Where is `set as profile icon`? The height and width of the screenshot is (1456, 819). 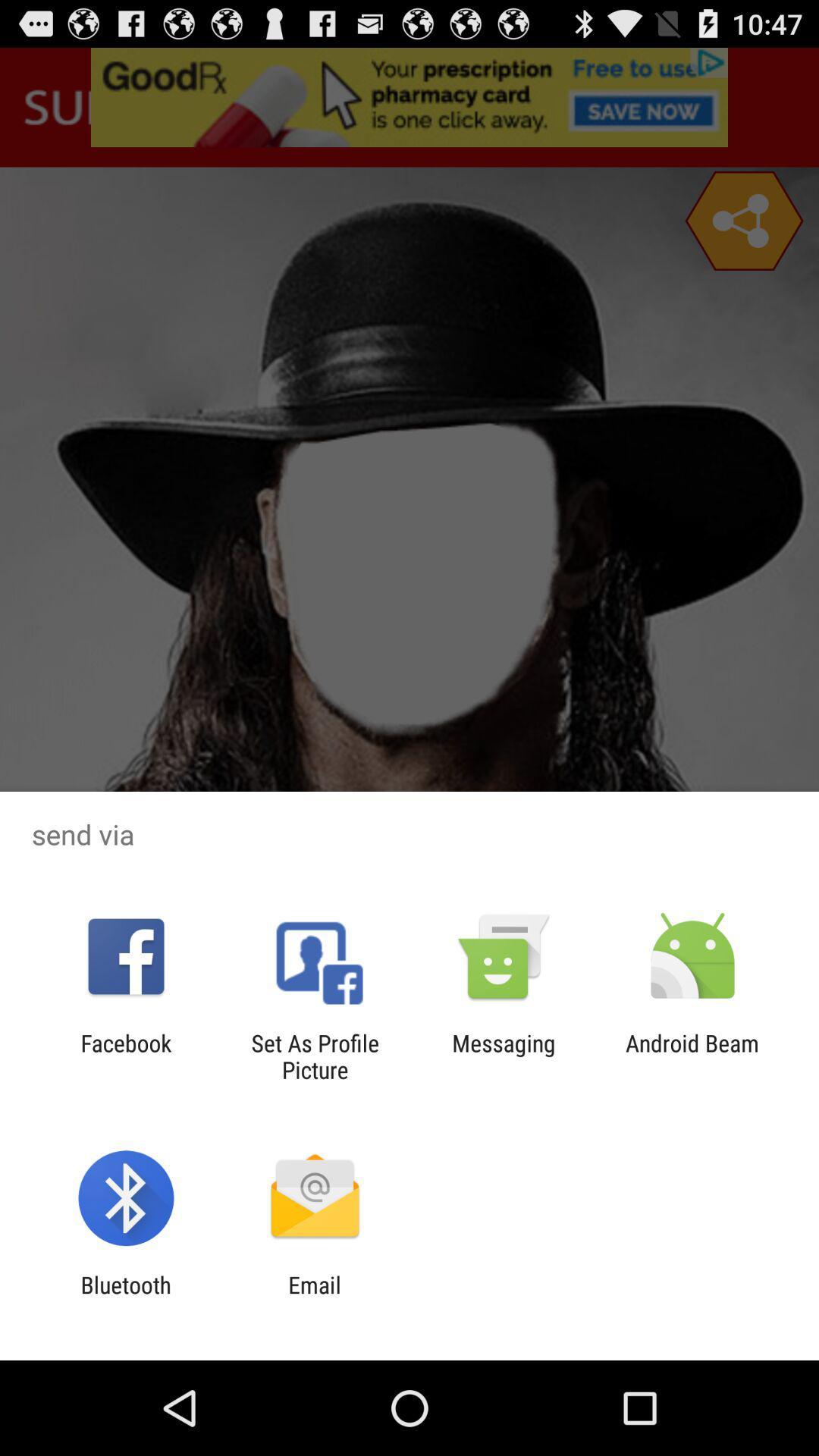 set as profile icon is located at coordinates (314, 1056).